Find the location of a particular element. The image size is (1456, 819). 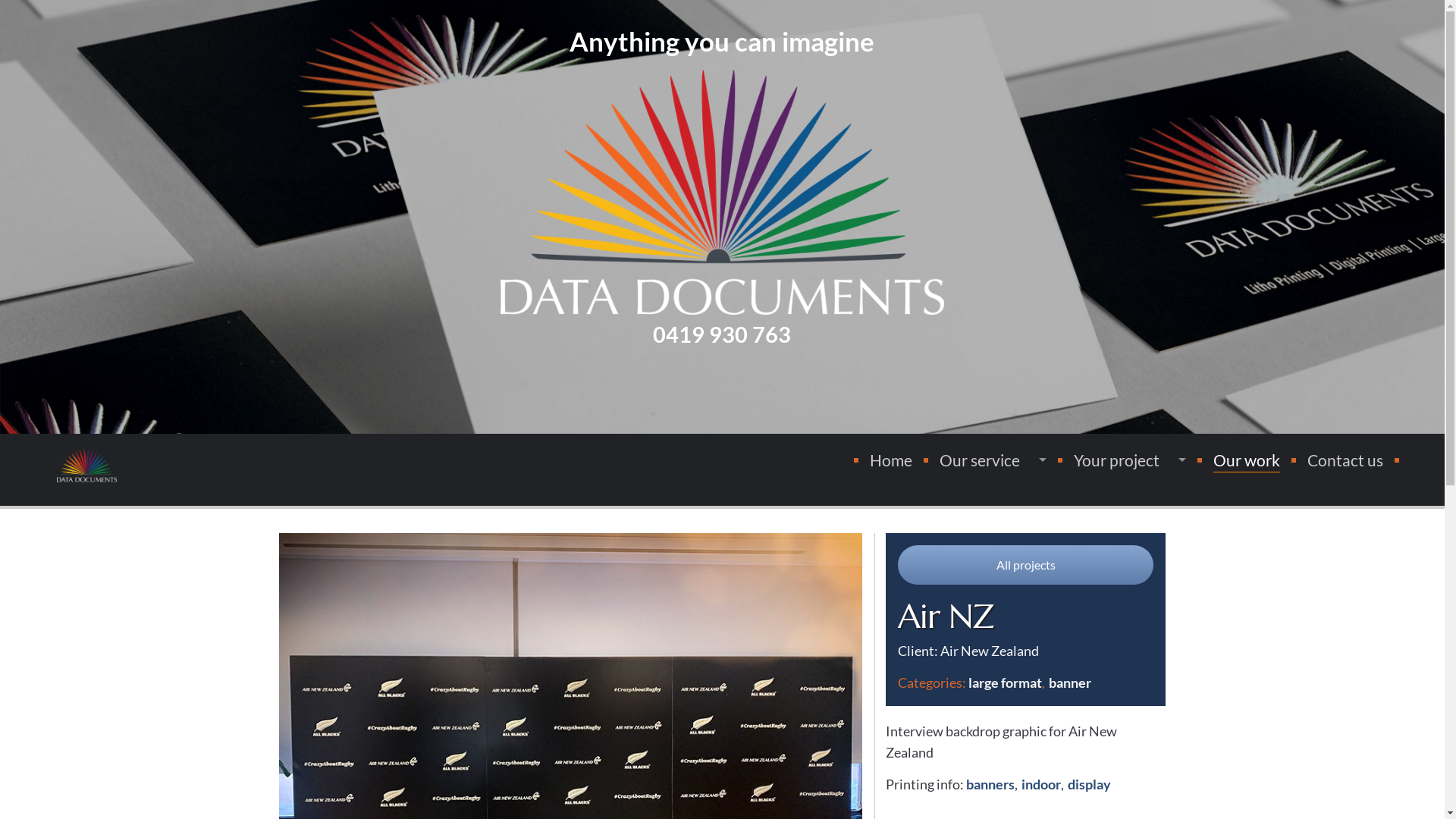

'Your project' is located at coordinates (1129, 459).